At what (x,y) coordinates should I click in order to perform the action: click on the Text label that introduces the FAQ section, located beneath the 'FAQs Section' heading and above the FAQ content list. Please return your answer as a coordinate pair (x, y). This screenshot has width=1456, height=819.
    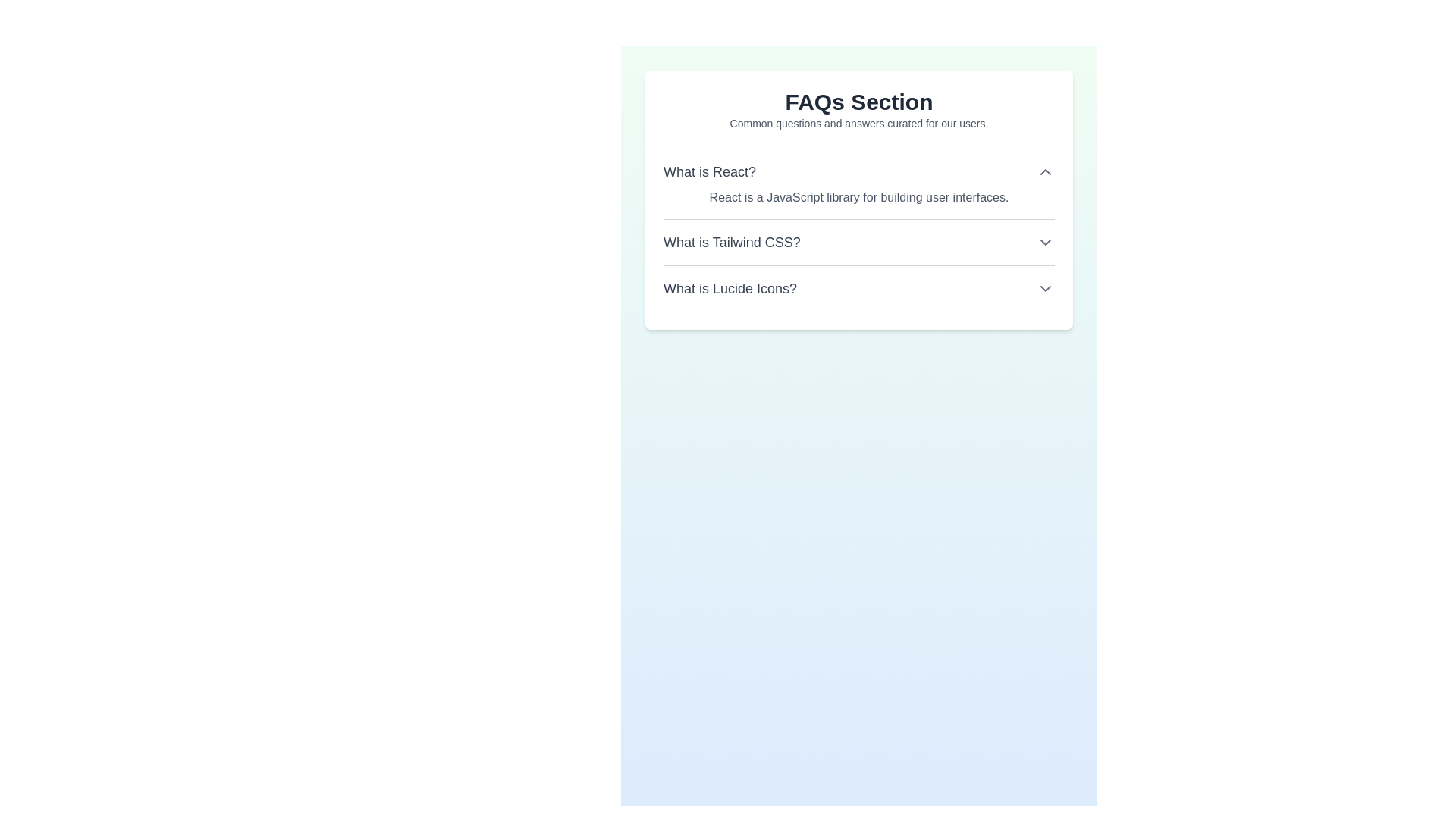
    Looking at the image, I should click on (858, 122).